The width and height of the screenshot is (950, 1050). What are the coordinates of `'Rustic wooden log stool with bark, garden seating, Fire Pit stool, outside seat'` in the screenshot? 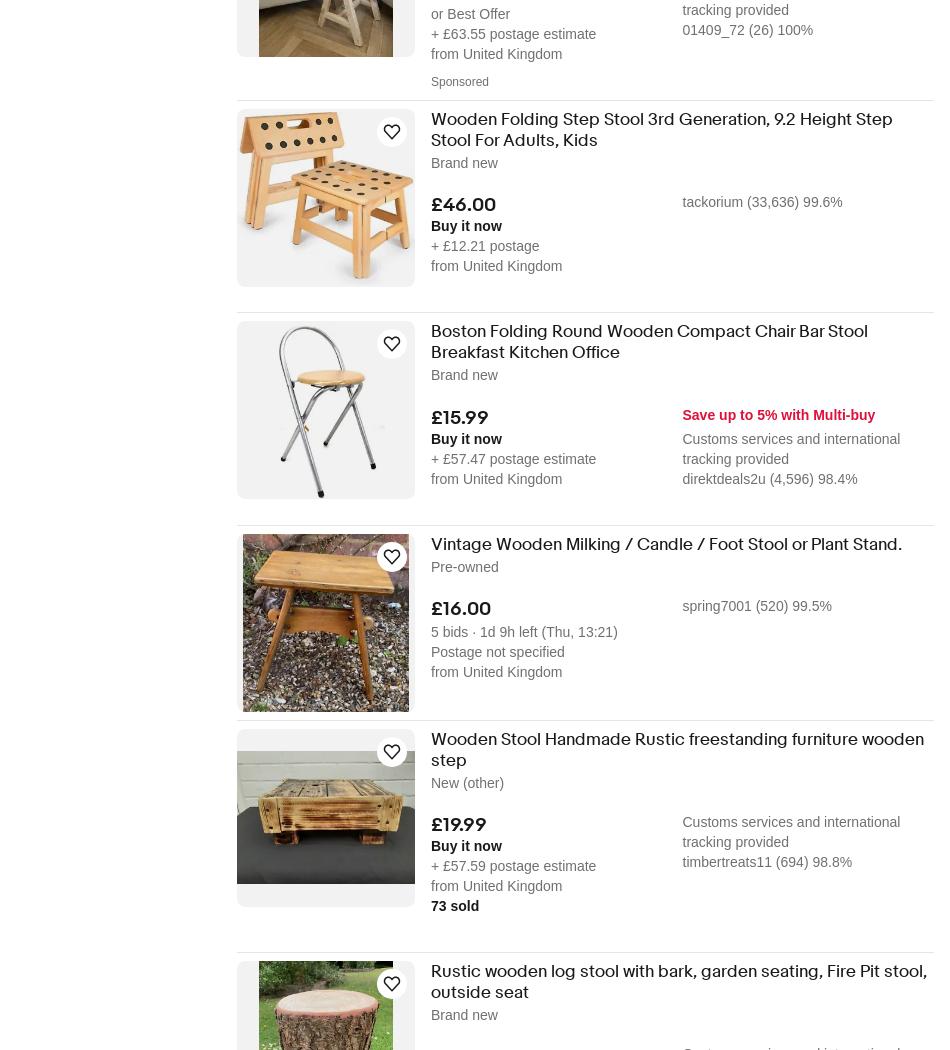 It's located at (678, 981).